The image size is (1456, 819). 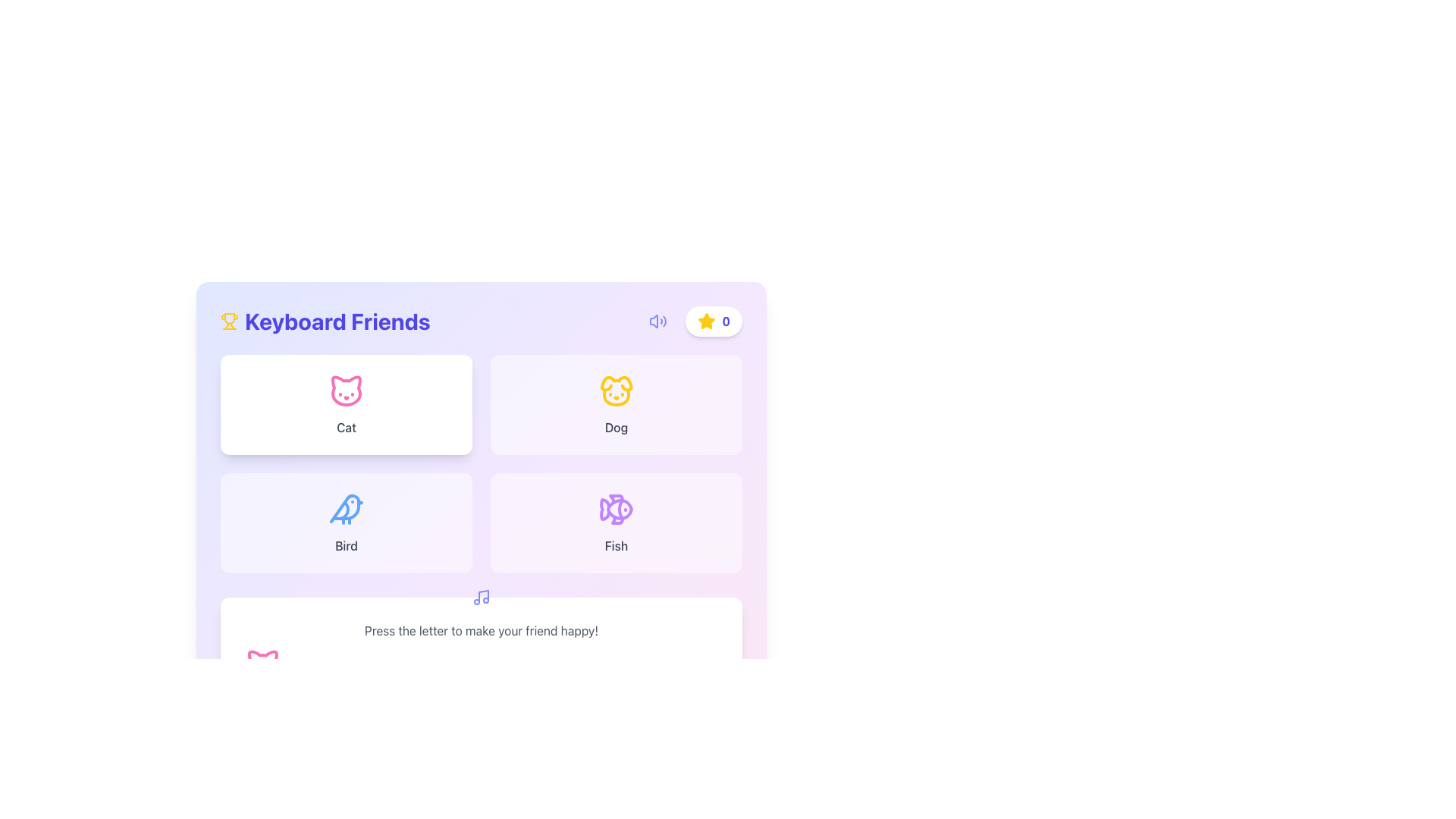 I want to click on the rectangular button with a soft purple background and a yellow dog icon labeled 'Dog', so click(x=616, y=403).